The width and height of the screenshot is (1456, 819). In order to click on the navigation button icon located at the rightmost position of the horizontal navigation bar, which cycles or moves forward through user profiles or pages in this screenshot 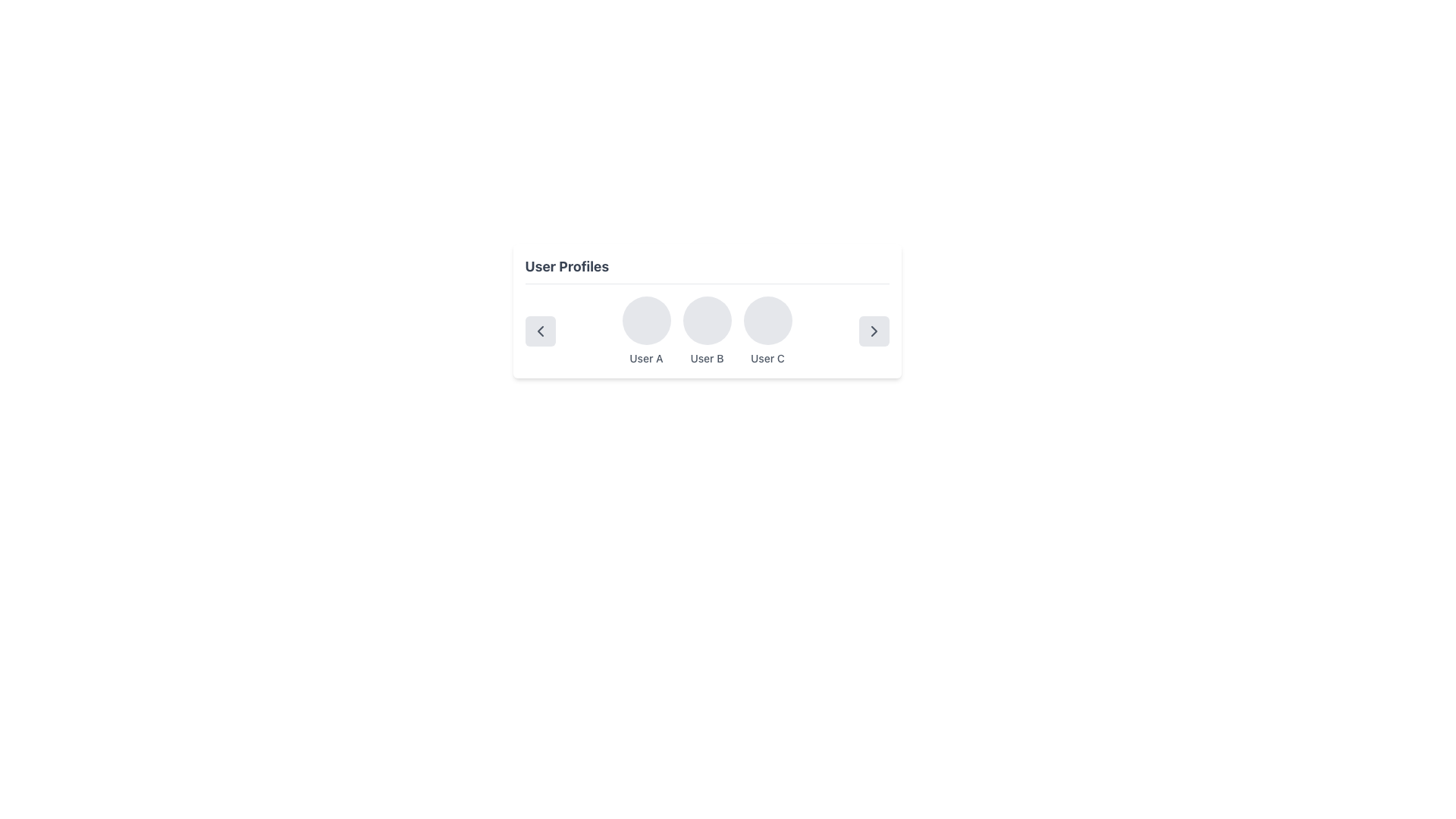, I will do `click(874, 330)`.